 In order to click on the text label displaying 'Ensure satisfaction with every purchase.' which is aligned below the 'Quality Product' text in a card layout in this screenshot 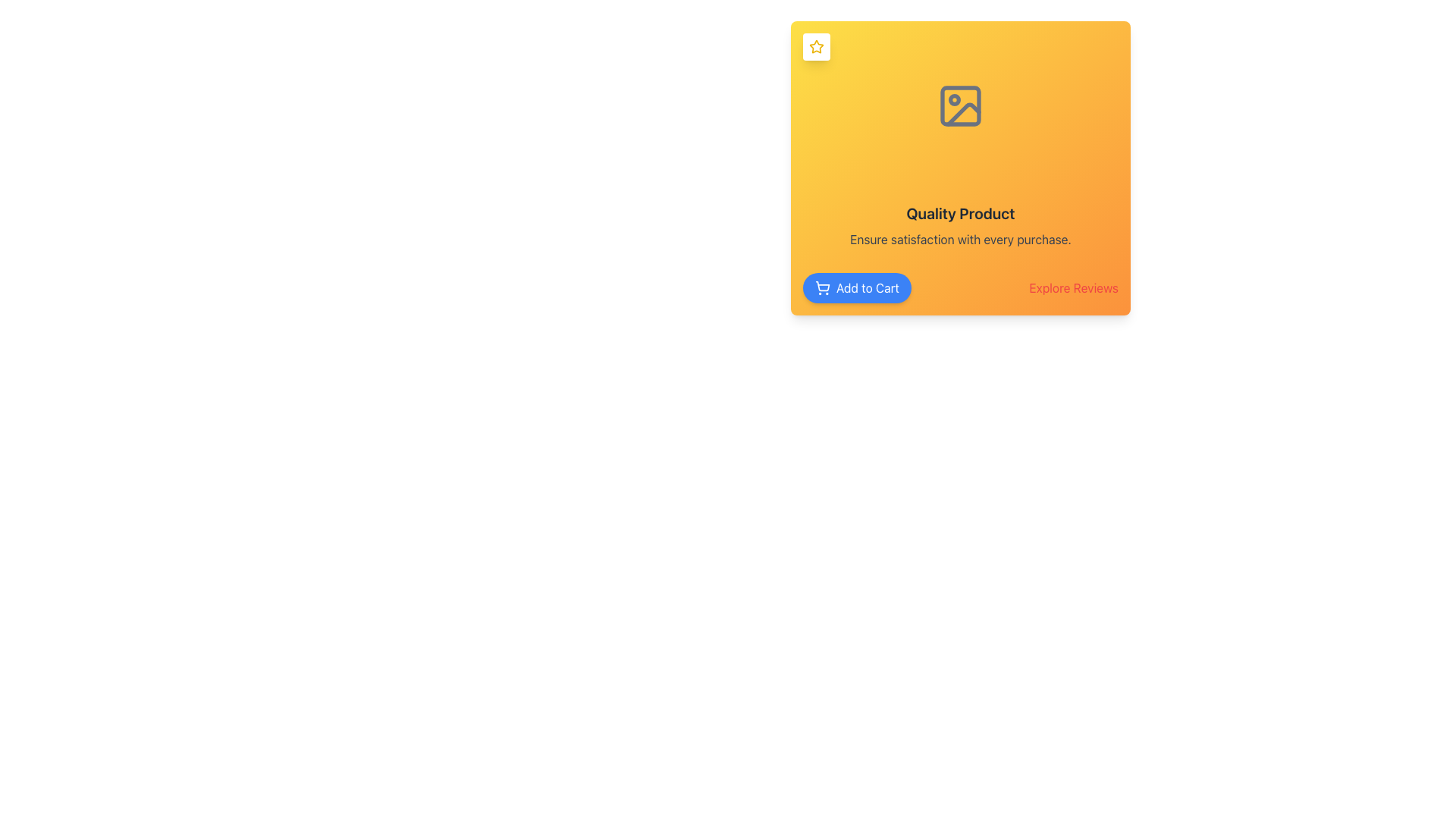, I will do `click(960, 239)`.